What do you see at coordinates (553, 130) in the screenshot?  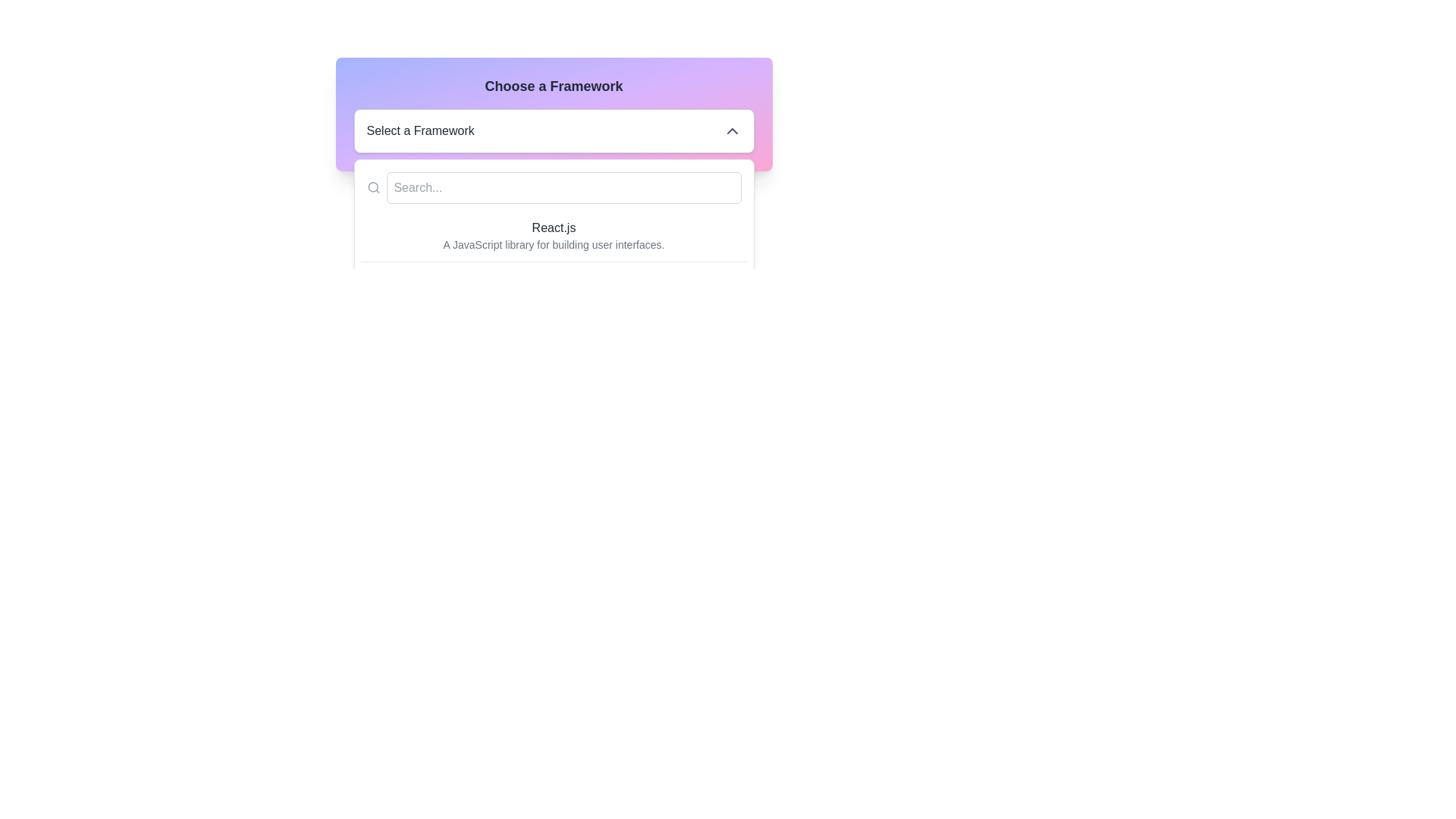 I see `the dropdown menu selector labeled 'Select a Framework'` at bounding box center [553, 130].